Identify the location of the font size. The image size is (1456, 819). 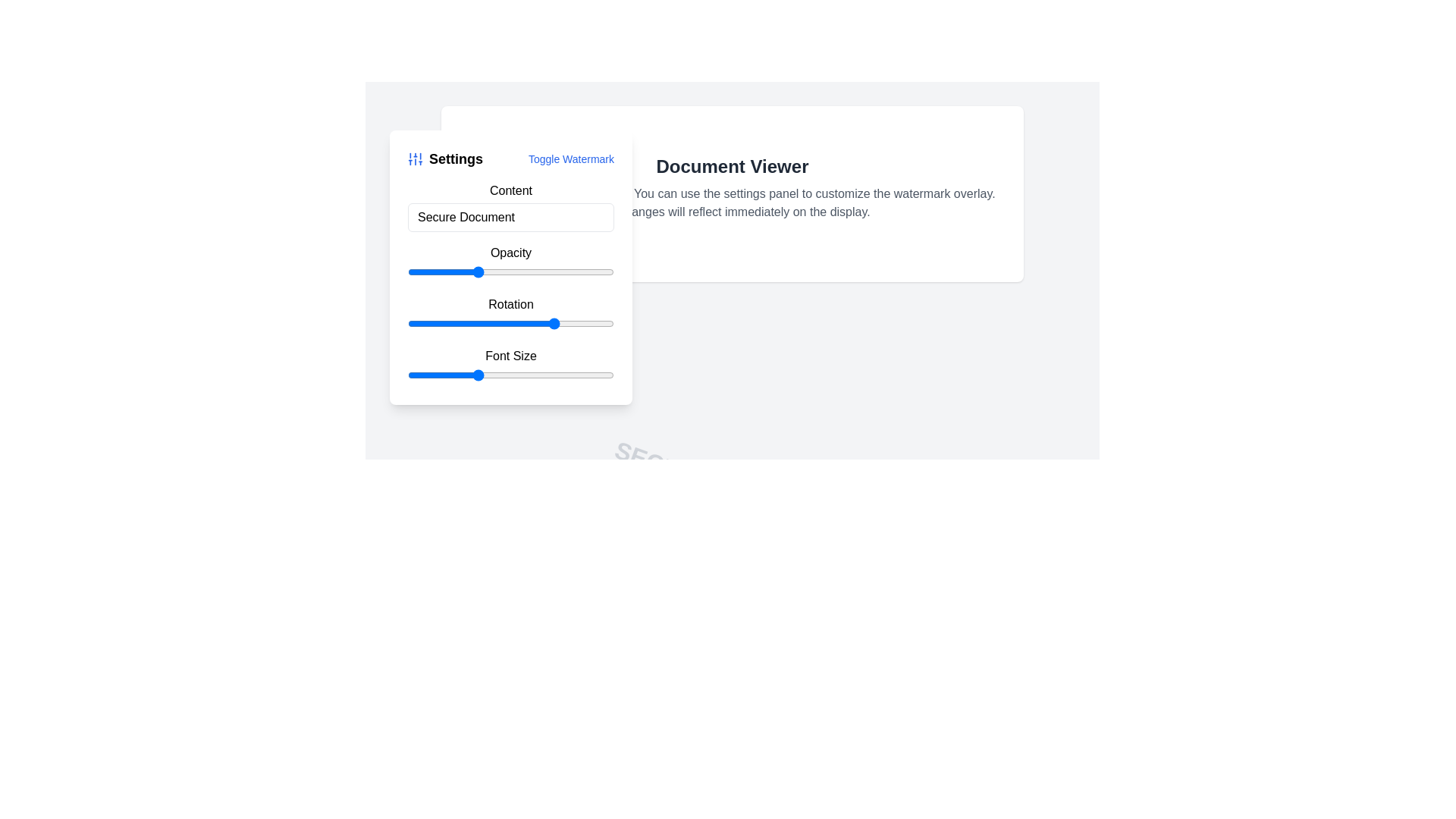
(553, 375).